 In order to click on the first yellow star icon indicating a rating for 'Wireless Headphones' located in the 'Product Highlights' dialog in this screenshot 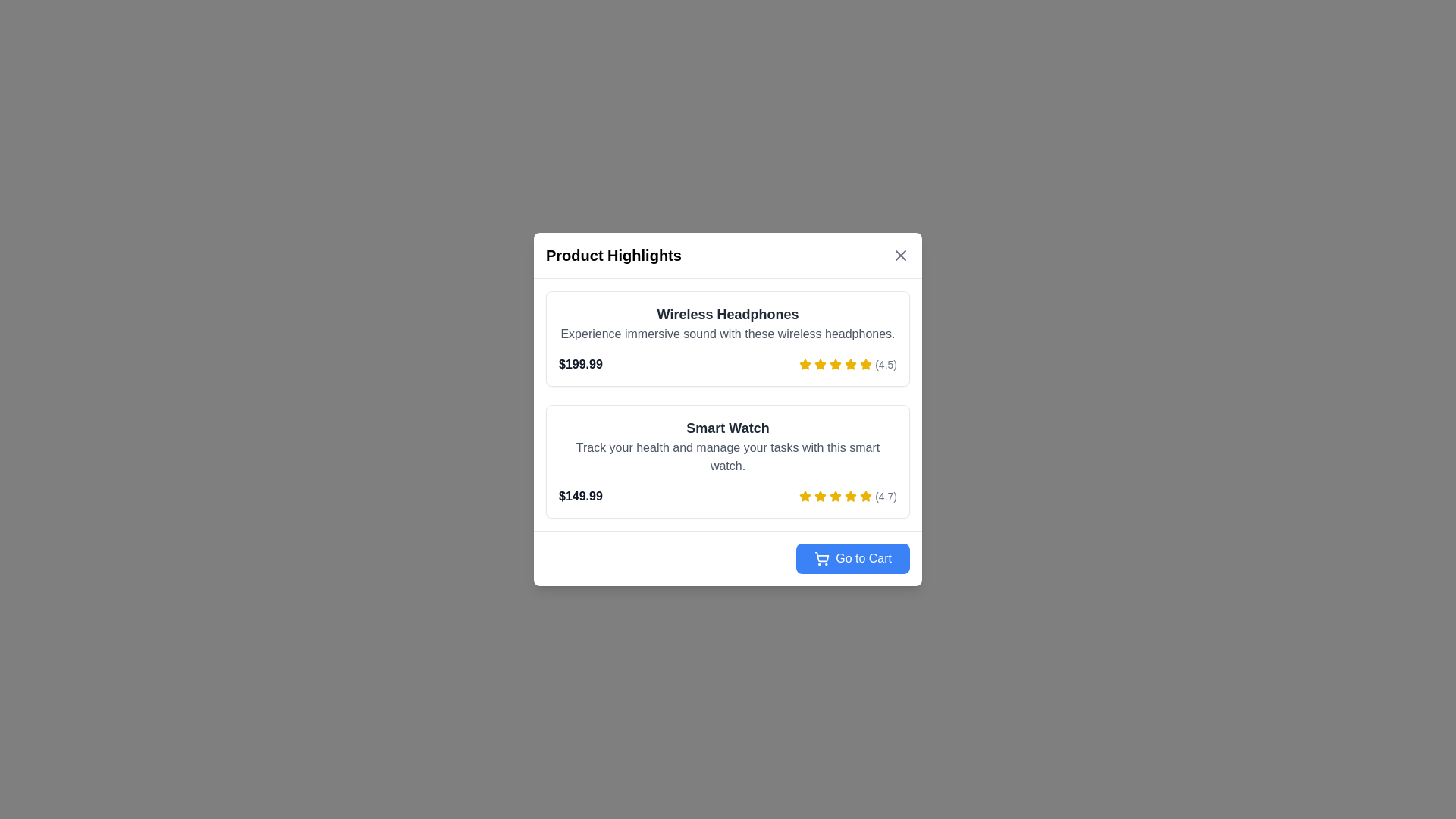, I will do `click(805, 365)`.